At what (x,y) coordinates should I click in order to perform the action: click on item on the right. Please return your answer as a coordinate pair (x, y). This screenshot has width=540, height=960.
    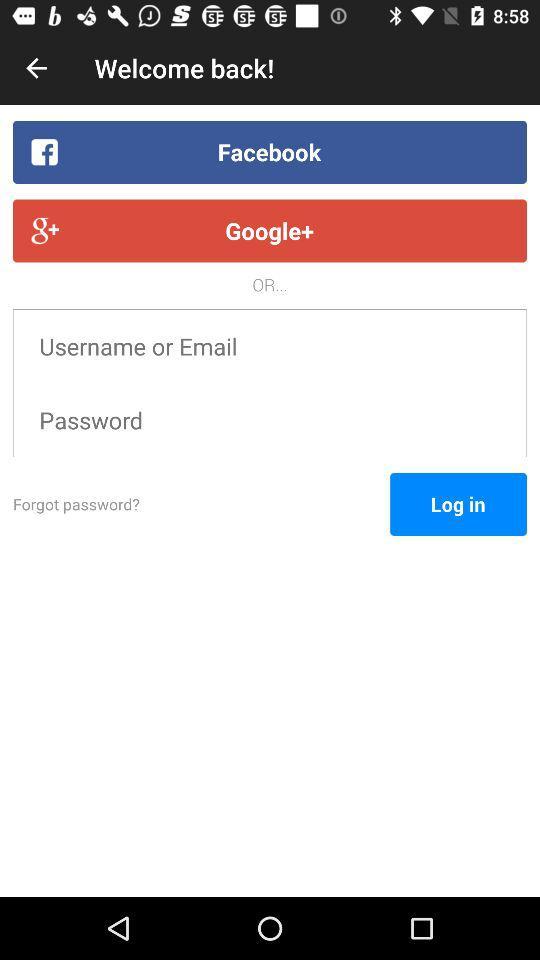
    Looking at the image, I should click on (458, 503).